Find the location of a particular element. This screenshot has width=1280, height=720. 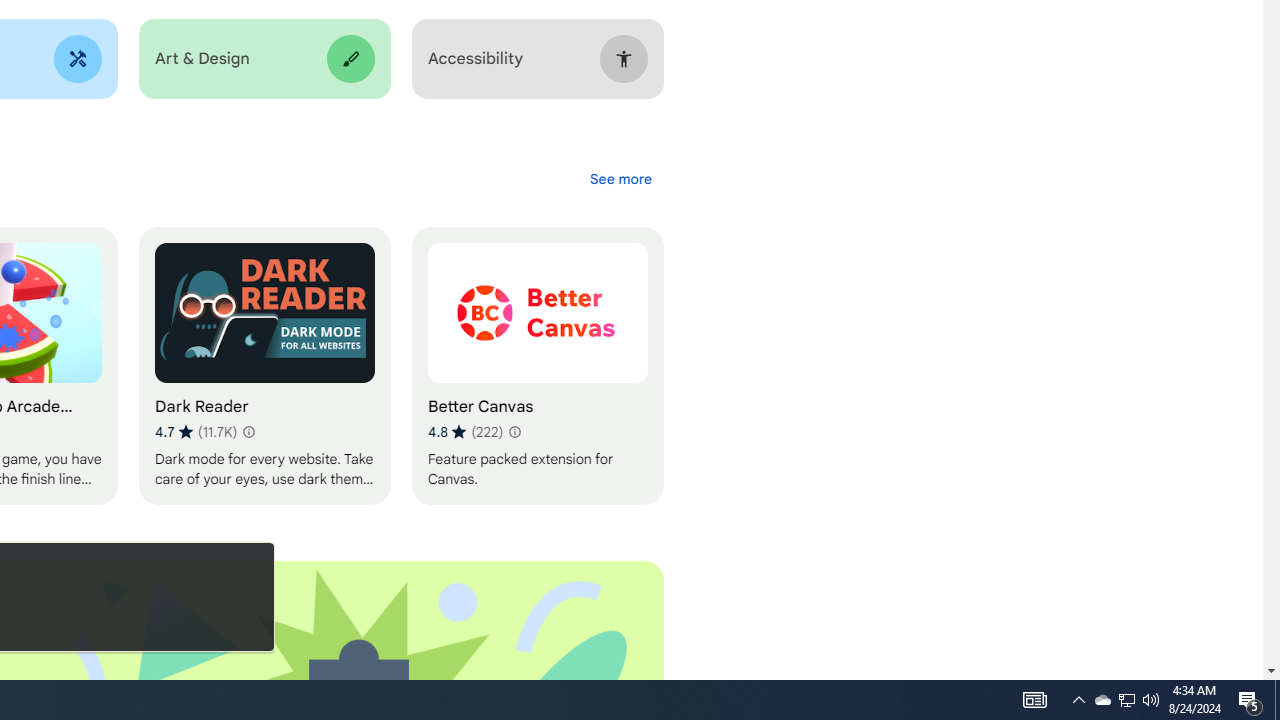

'Learn more about results and reviews "Better Canvas"' is located at coordinates (513, 431).